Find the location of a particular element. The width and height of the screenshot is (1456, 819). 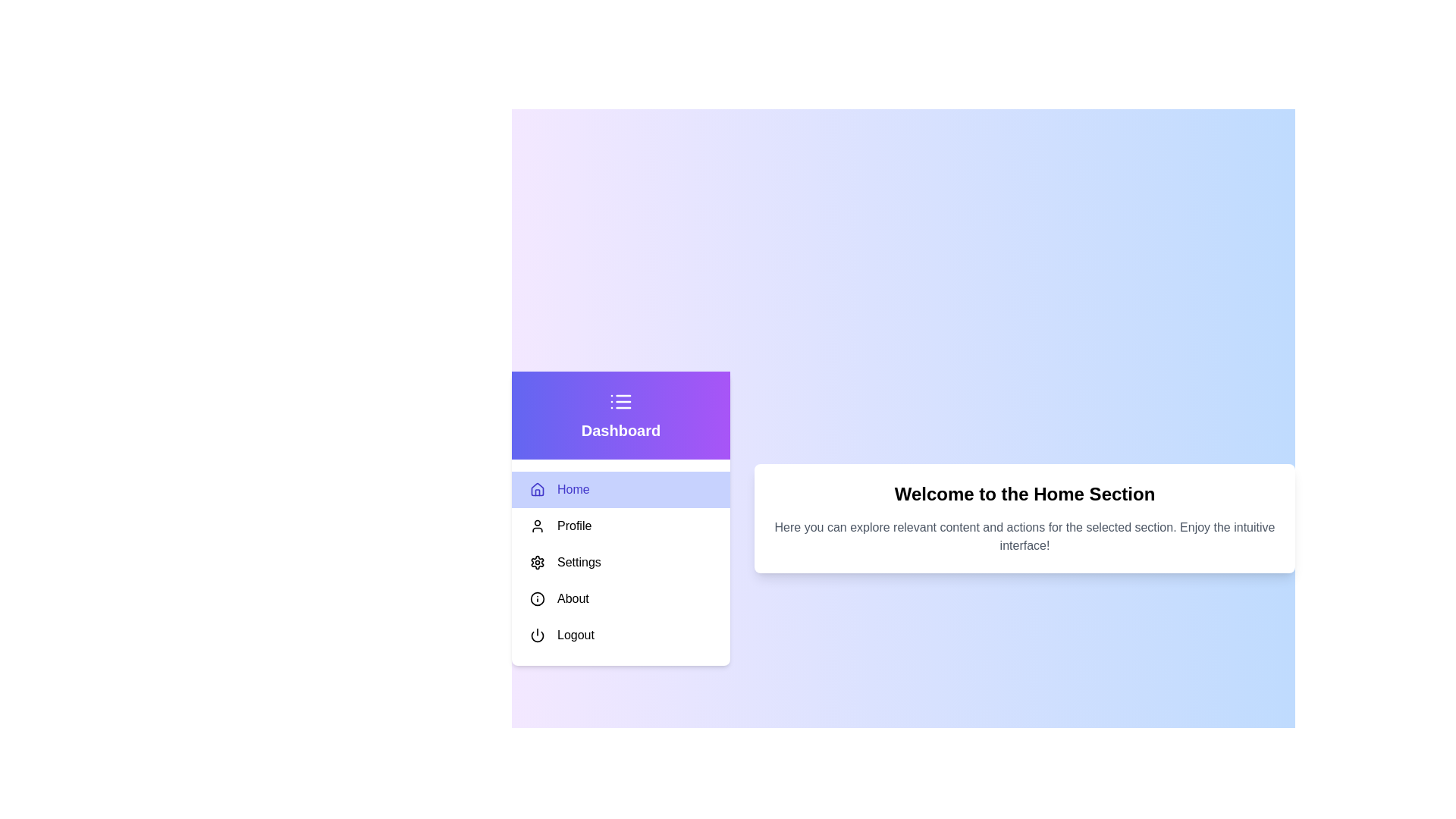

the menu item Profile to highlight it is located at coordinates (621, 526).